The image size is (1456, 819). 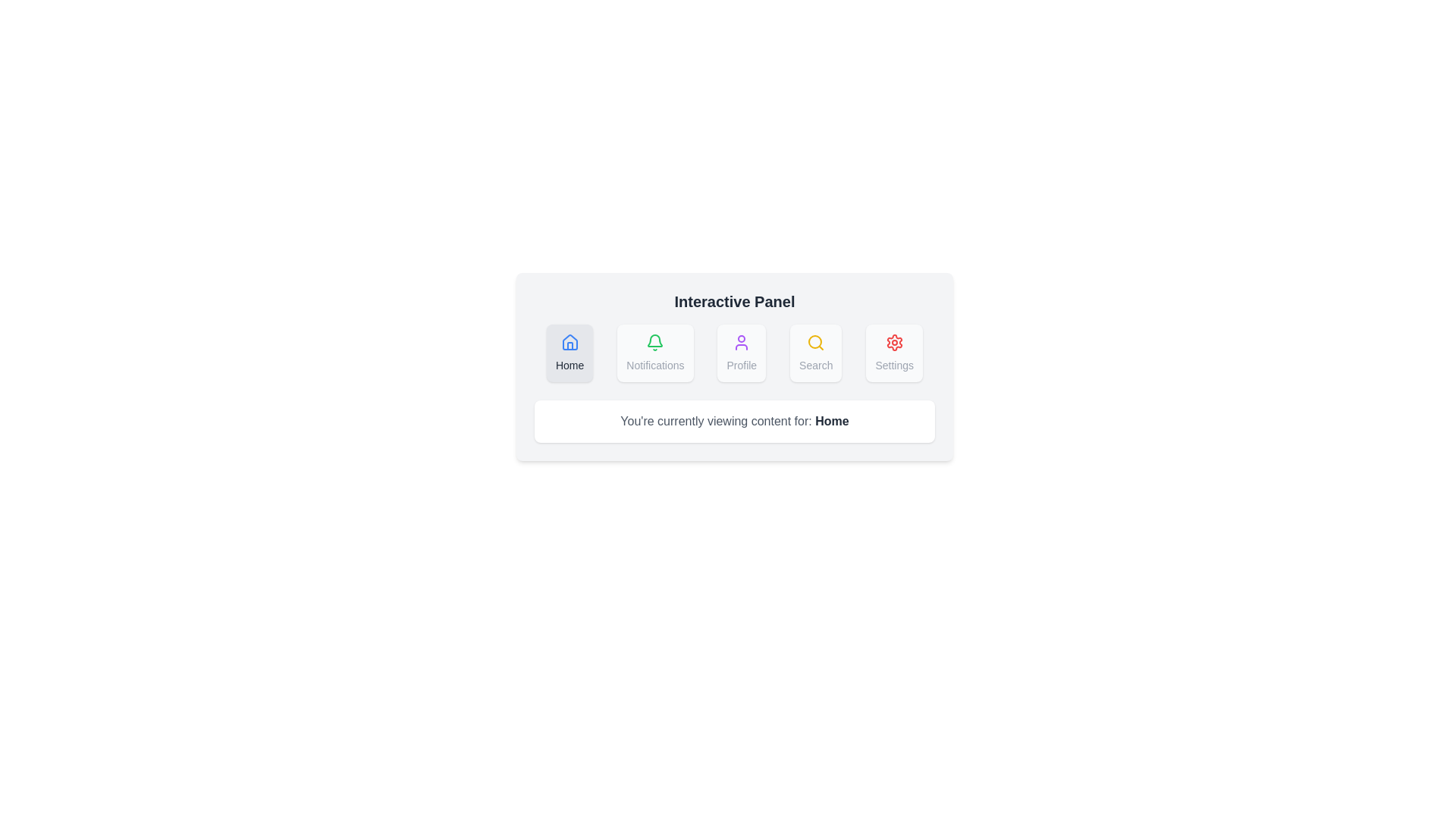 I want to click on the text label indicating the purpose of the associated profile icon at the bottom of the profile card within the third tile of the grid, so click(x=742, y=366).